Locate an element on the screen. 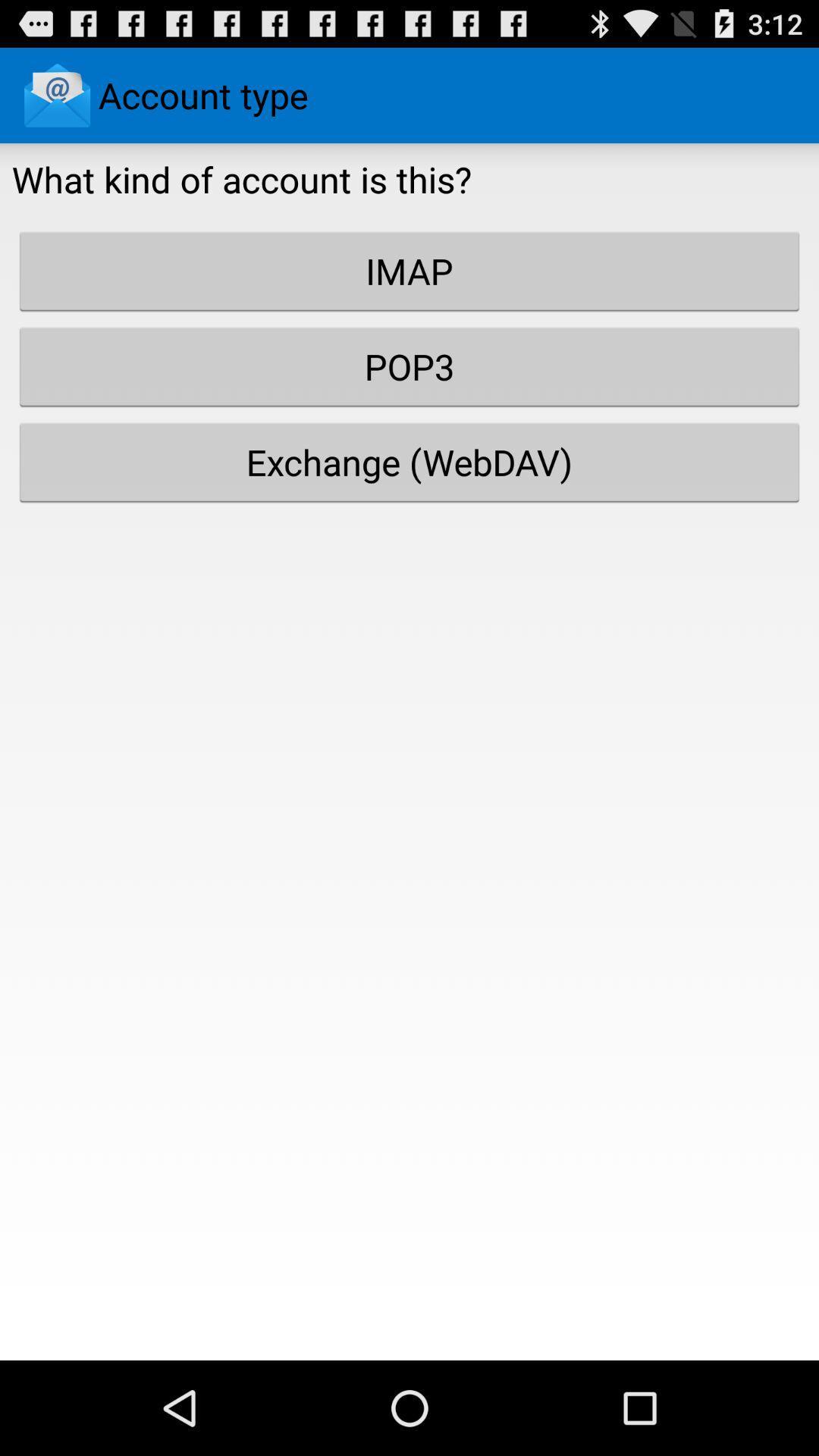 The image size is (819, 1456). imap is located at coordinates (409, 271).